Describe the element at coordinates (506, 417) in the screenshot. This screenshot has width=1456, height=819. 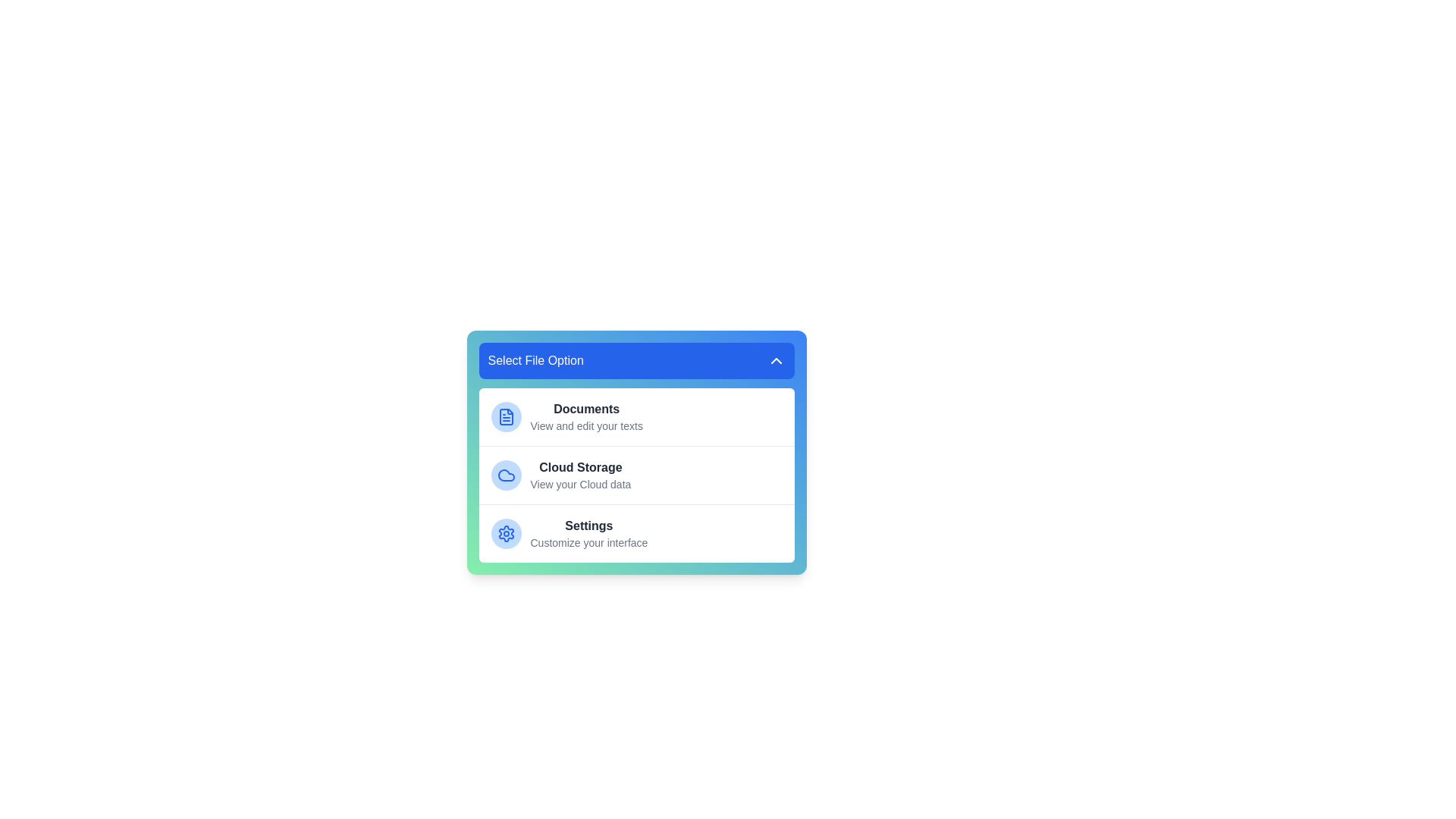
I see `the circular icon button with a light blue background and a blue file icon` at that location.